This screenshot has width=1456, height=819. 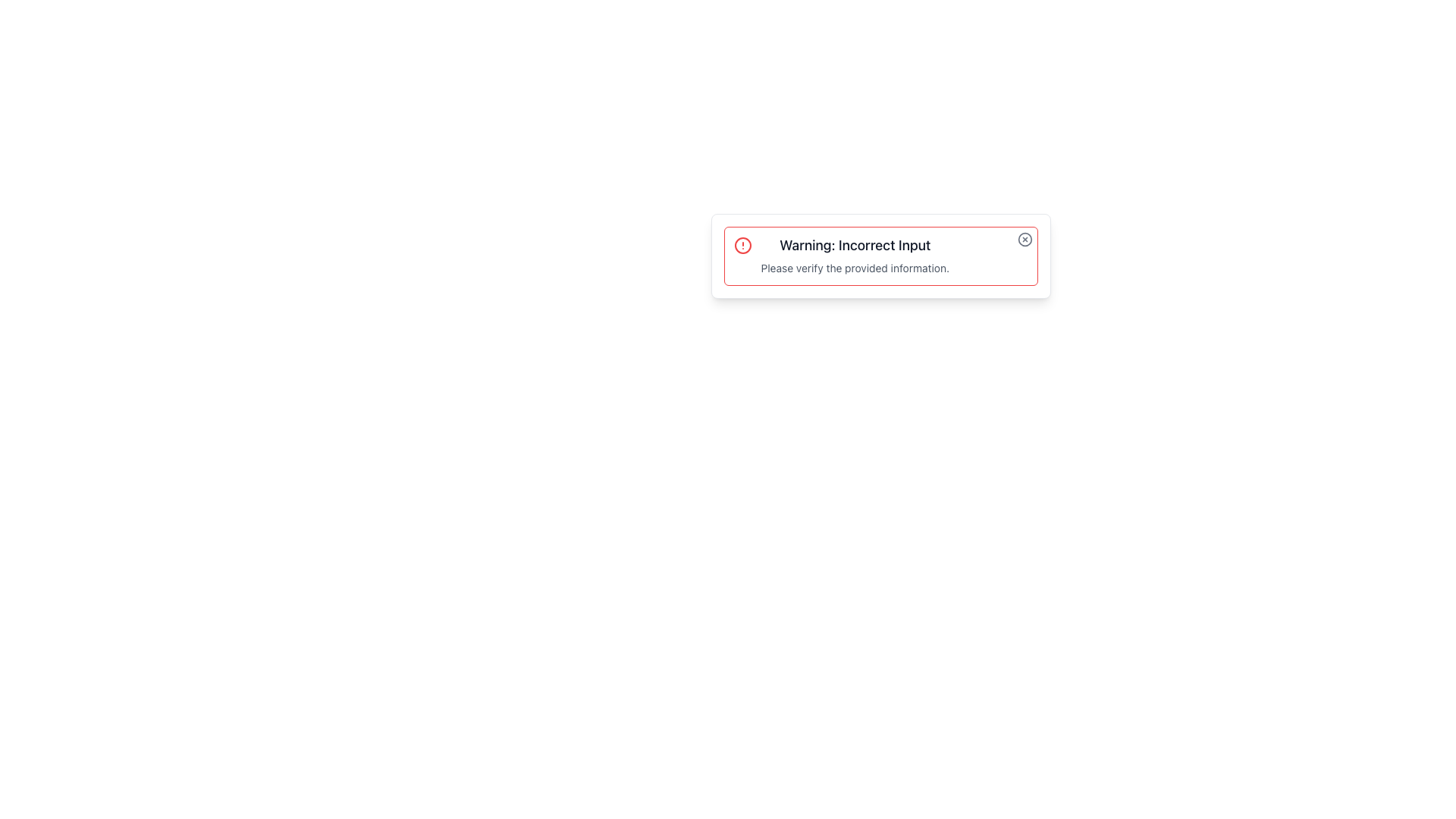 What do you see at coordinates (880, 256) in the screenshot?
I see `the Notification Alert with Dismiss Option that has a warning icon and bold text saying 'Warning: Incorrect Input'` at bounding box center [880, 256].